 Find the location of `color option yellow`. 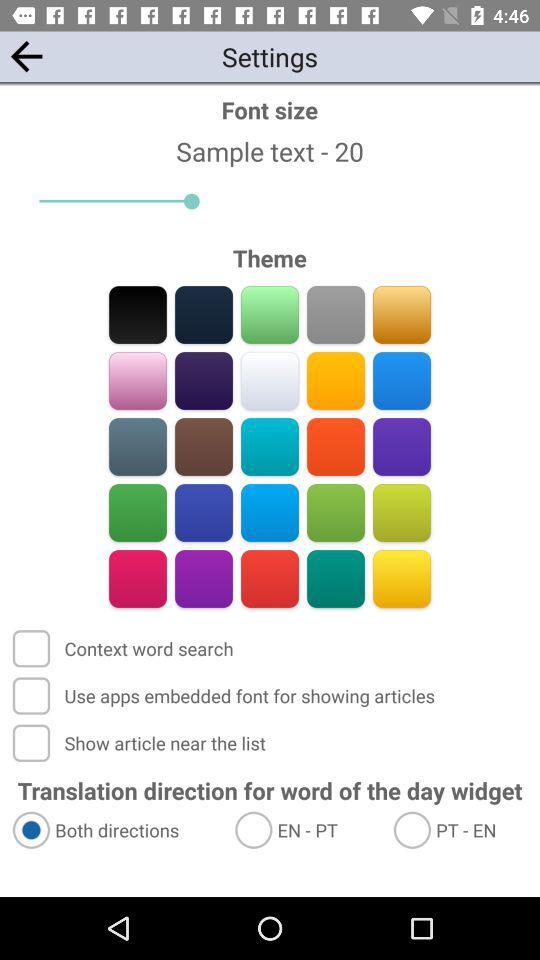

color option yellow is located at coordinates (401, 578).